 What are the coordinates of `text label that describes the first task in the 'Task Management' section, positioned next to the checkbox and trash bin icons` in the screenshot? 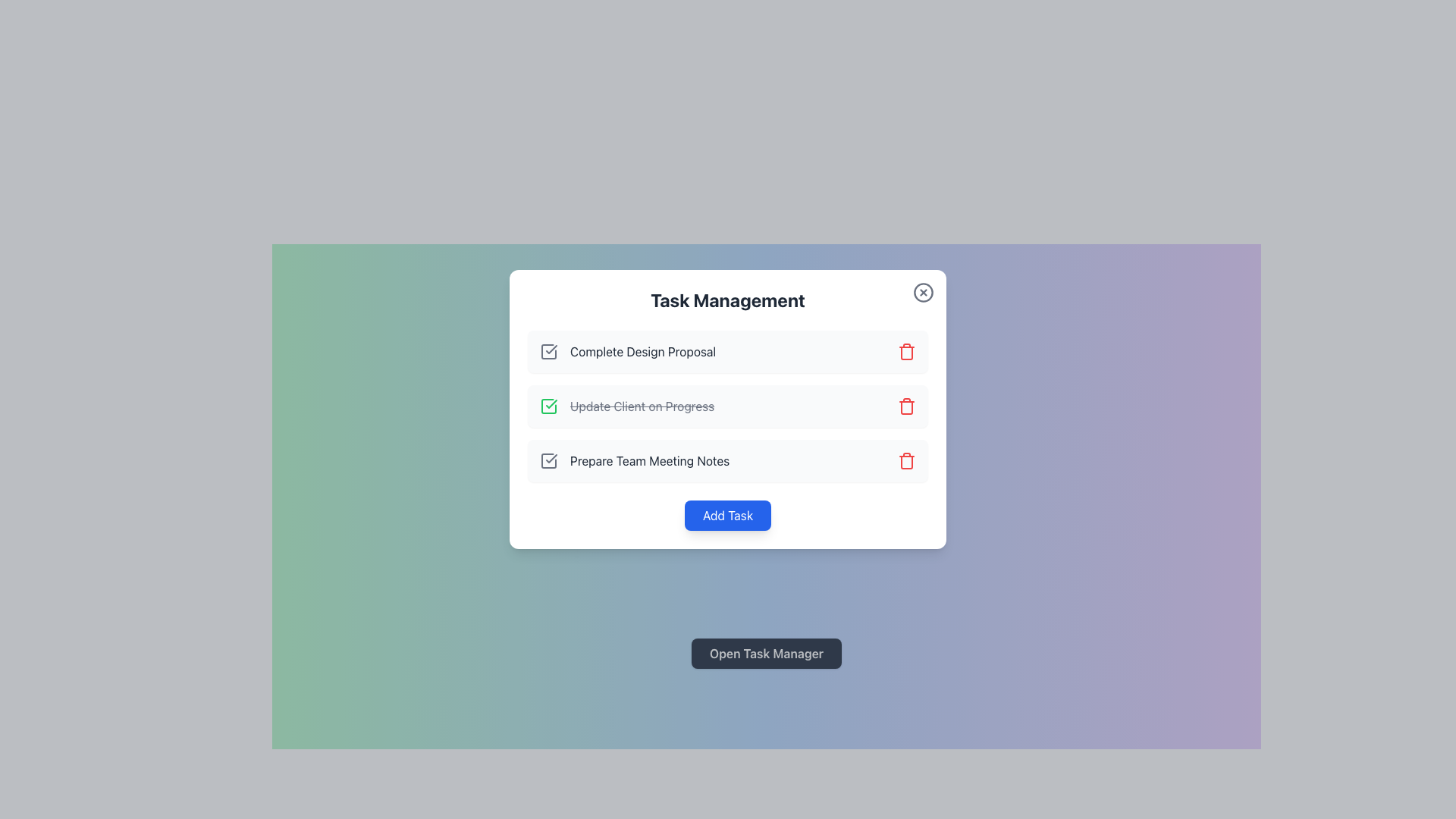 It's located at (643, 351).